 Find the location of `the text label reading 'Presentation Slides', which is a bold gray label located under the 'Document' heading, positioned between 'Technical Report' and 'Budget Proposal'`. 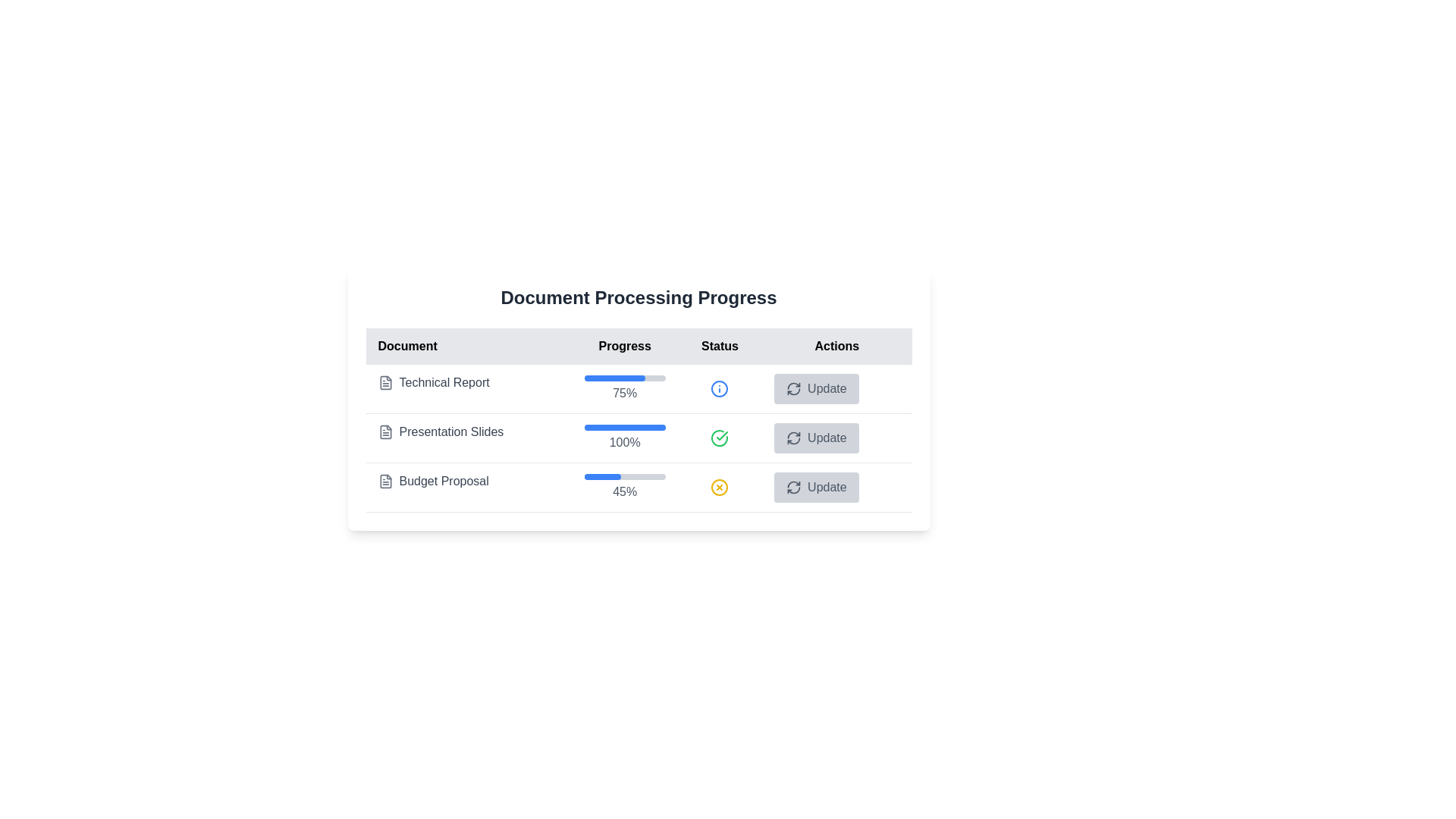

the text label reading 'Presentation Slides', which is a bold gray label located under the 'Document' heading, positioned between 'Technical Report' and 'Budget Proposal' is located at coordinates (450, 432).